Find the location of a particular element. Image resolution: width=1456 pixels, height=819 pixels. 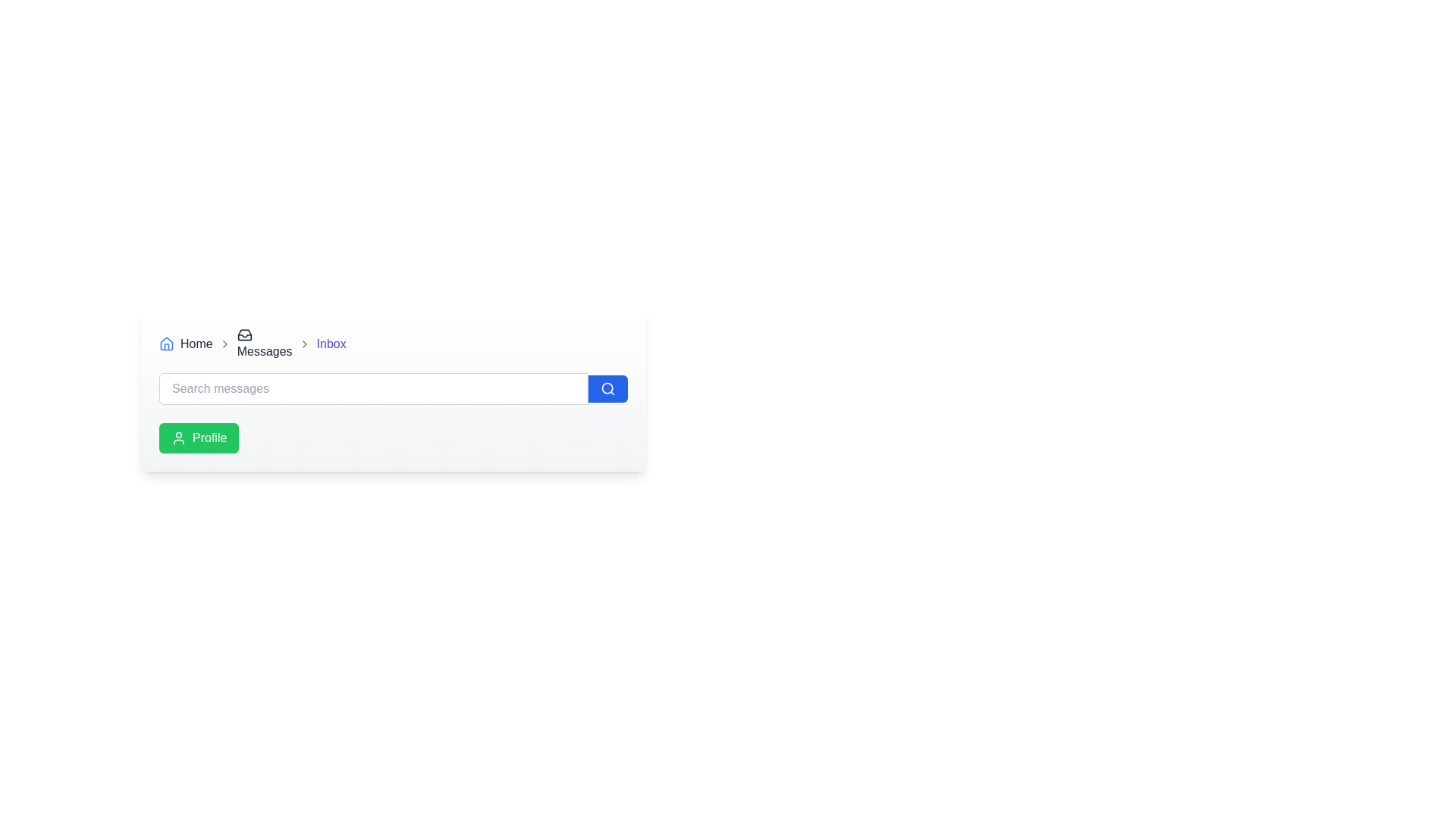

the search input field located below the breadcrumb navigation and to the left of the blue button with a search icon by activating it is located at coordinates (374, 388).